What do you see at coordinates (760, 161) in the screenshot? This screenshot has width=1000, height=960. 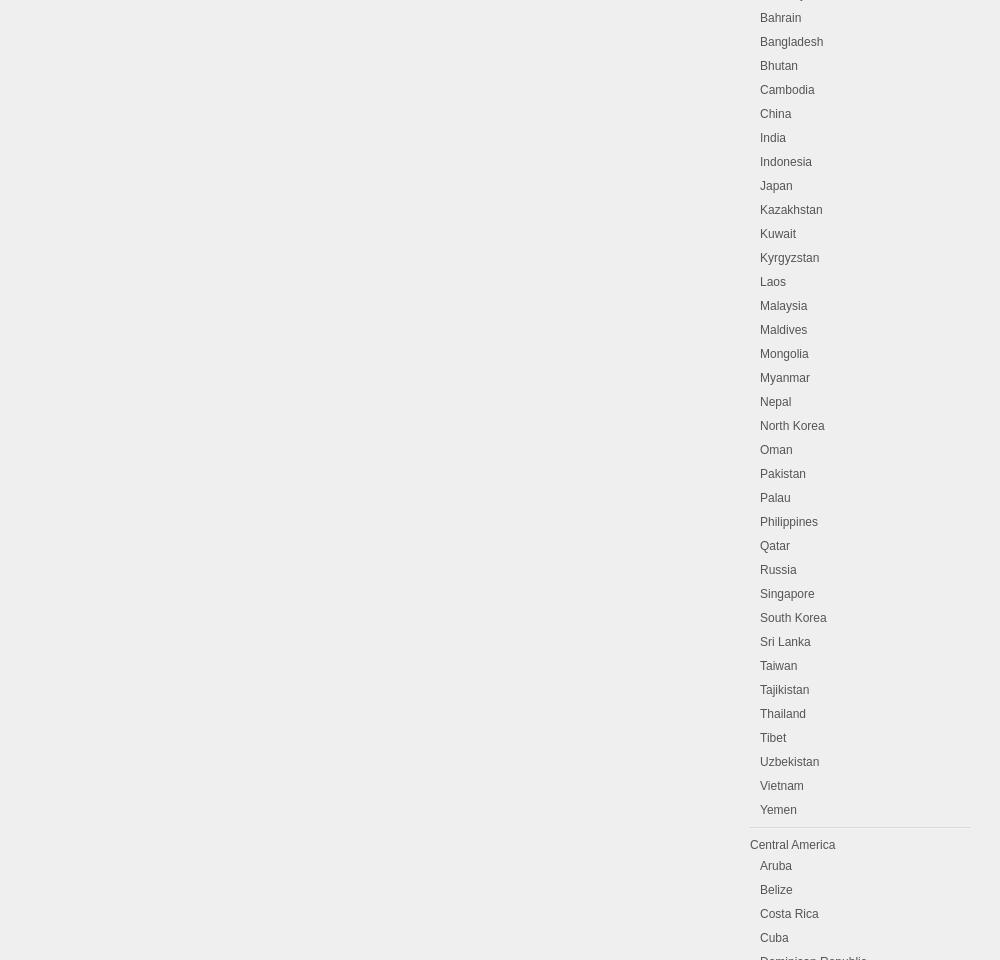 I see `'Indonesia'` at bounding box center [760, 161].